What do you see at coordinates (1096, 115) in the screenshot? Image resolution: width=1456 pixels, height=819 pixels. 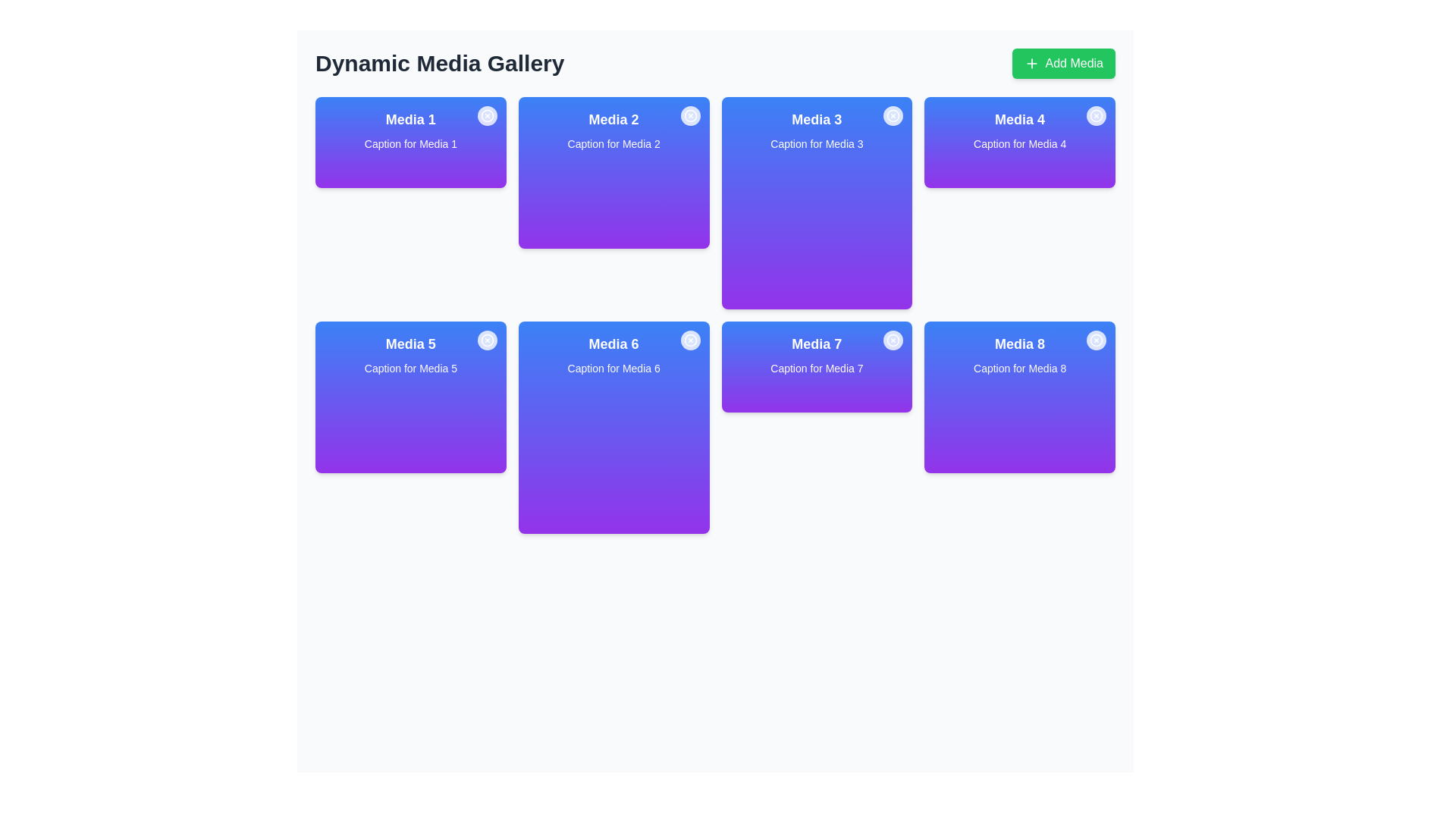 I see `the rounded button located at the top-right corner of the 'Media 4' card` at bounding box center [1096, 115].